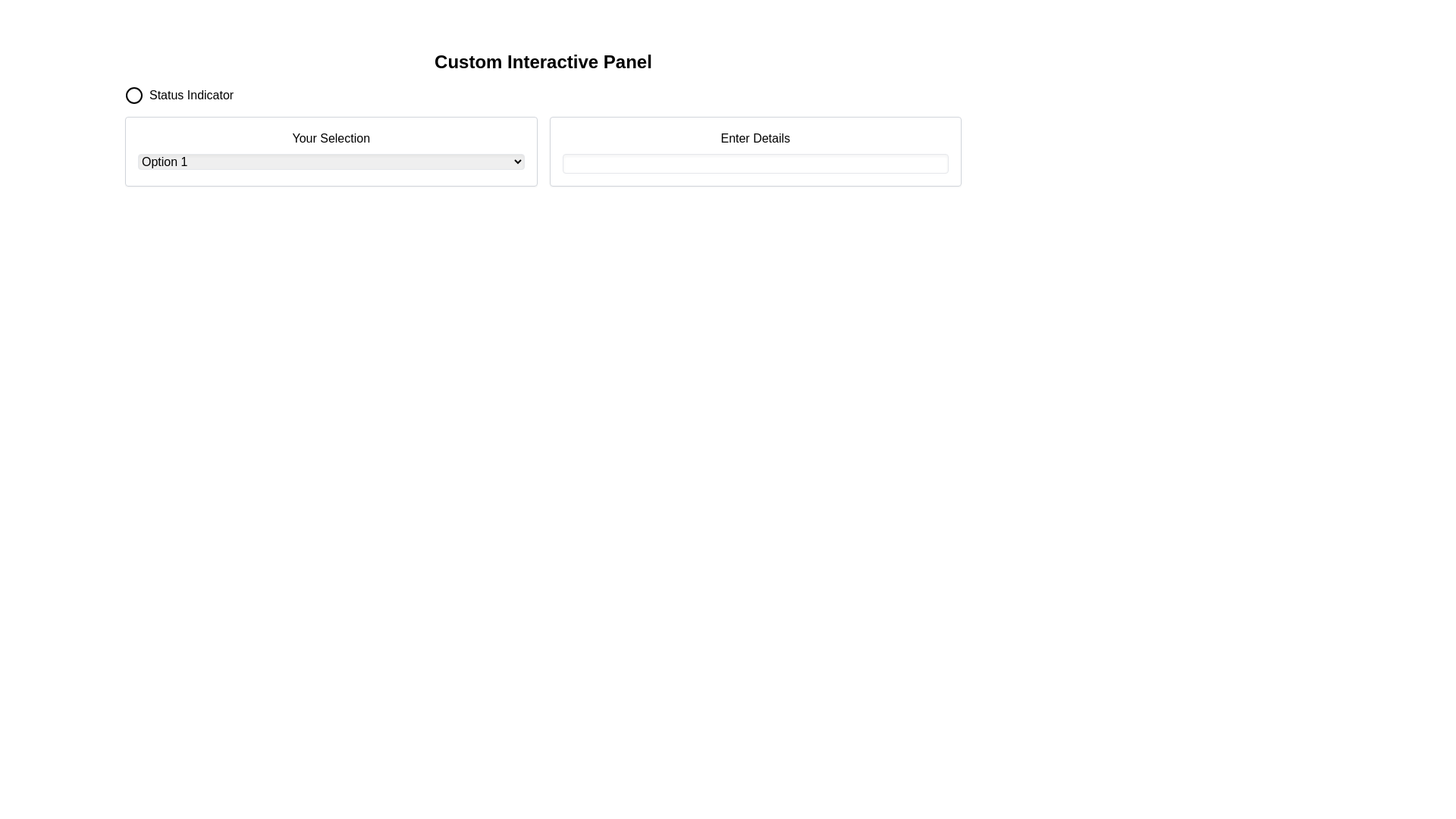  I want to click on the descriptive label located in the top half of the panel, part of the second section on the right, positioned above the input field, so click(755, 138).